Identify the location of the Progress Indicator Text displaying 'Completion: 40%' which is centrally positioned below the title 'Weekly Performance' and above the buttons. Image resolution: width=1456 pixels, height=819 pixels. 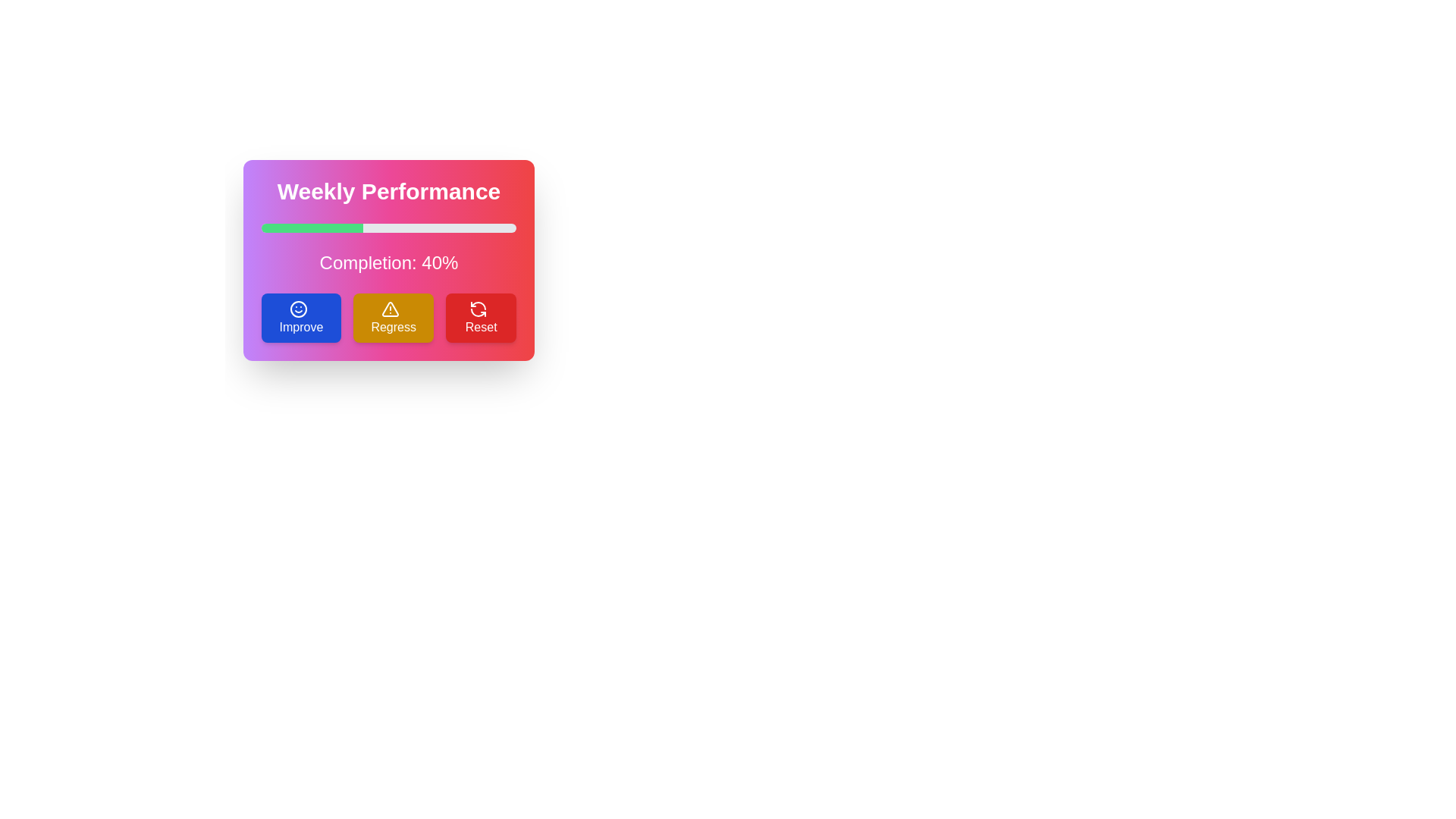
(389, 262).